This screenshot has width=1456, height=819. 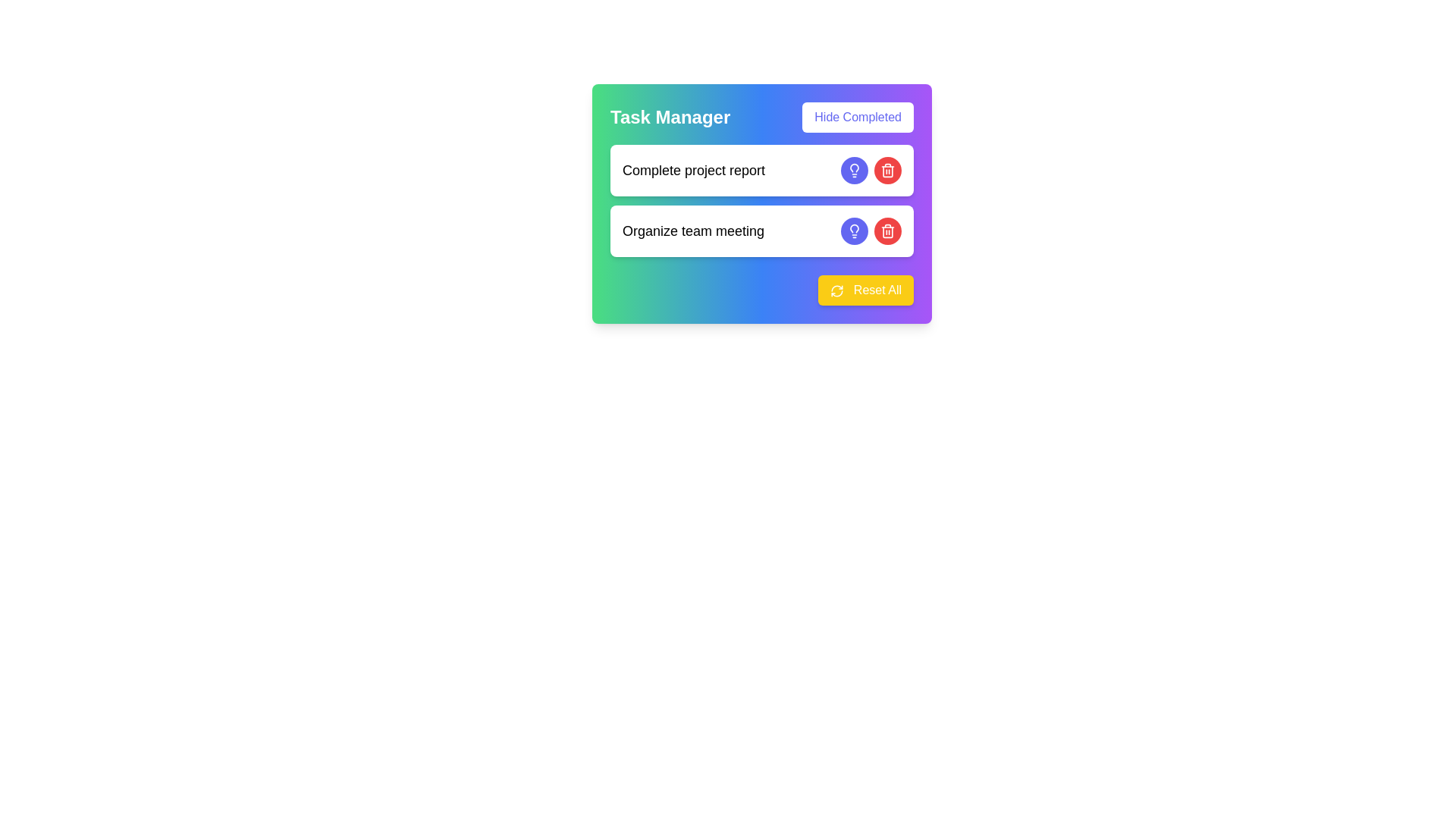 I want to click on the text label or heading that serves as the title for the task management section, located at the top-left corner of the gradient-colored panel, slightly to the left of the 'Hide Completed' button, so click(x=670, y=116).